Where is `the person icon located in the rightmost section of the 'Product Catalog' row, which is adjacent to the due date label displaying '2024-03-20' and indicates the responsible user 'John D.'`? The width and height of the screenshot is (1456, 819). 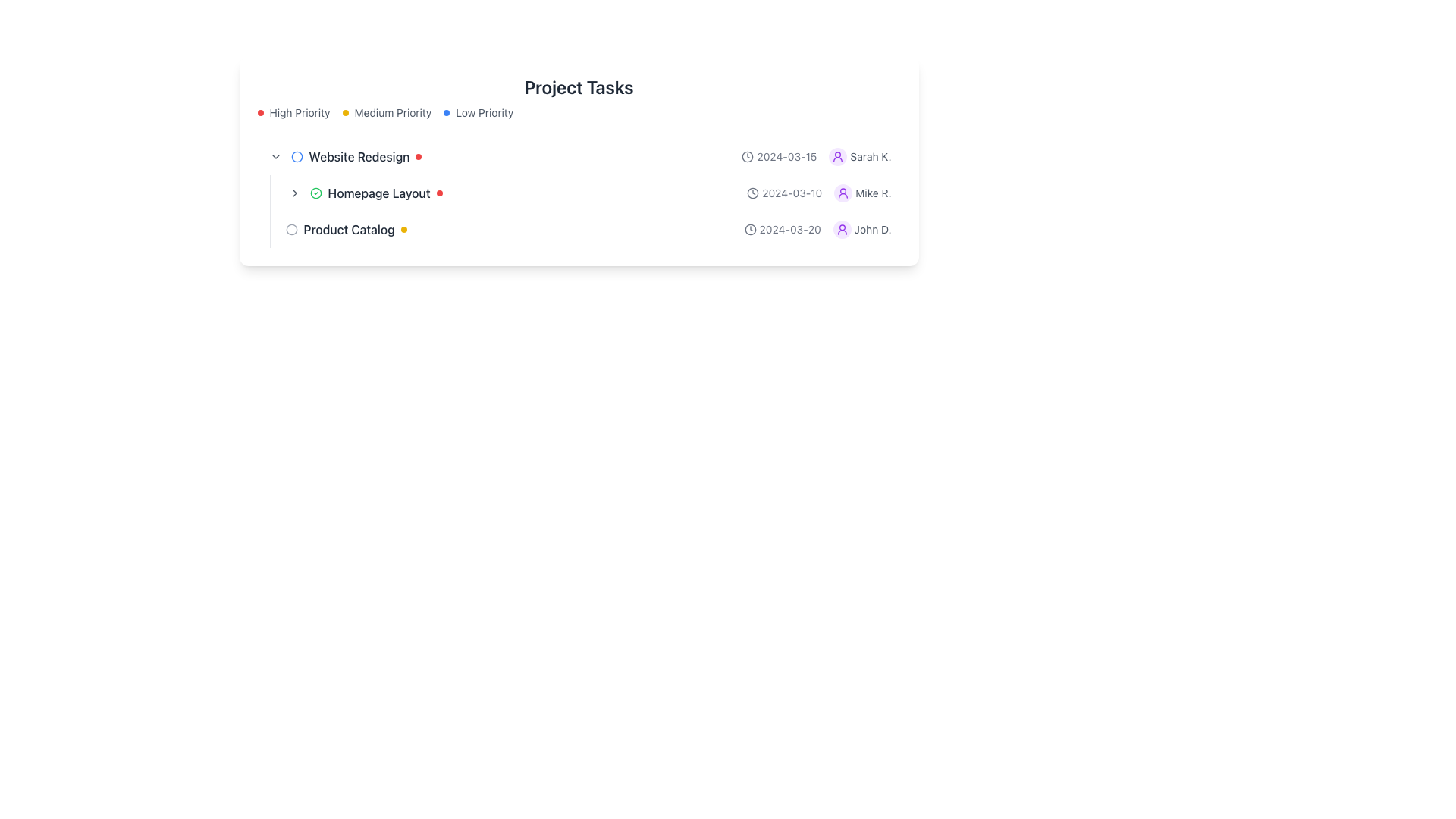 the person icon located in the rightmost section of the 'Product Catalog' row, which is adjacent to the due date label displaying '2024-03-20' and indicates the responsible user 'John D.' is located at coordinates (817, 230).